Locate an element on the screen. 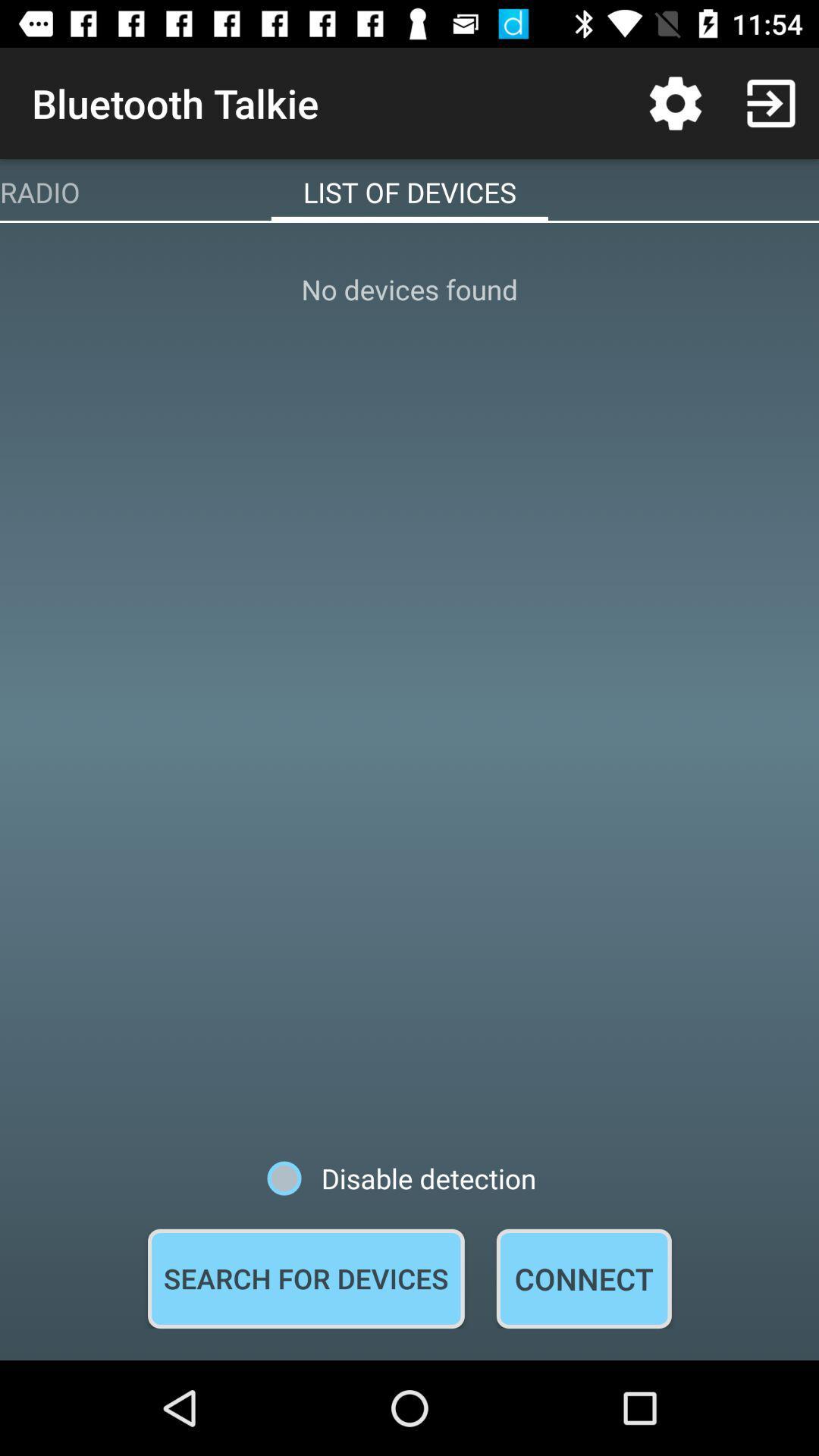 This screenshot has width=819, height=1456. the item next to the bluetooth talkie is located at coordinates (675, 102).